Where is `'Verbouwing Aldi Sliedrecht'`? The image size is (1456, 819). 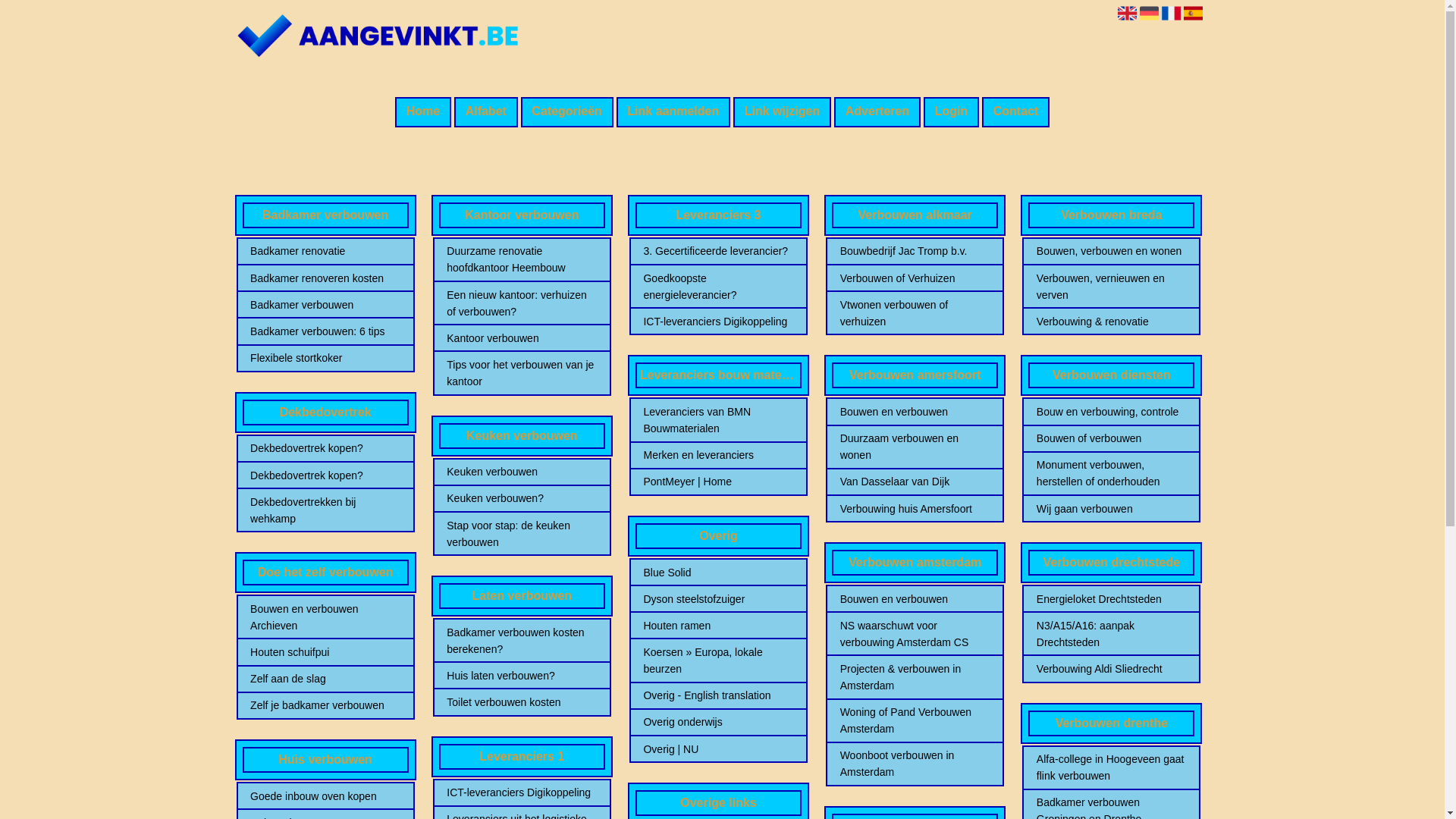 'Verbouwing Aldi Sliedrecht' is located at coordinates (1111, 668).